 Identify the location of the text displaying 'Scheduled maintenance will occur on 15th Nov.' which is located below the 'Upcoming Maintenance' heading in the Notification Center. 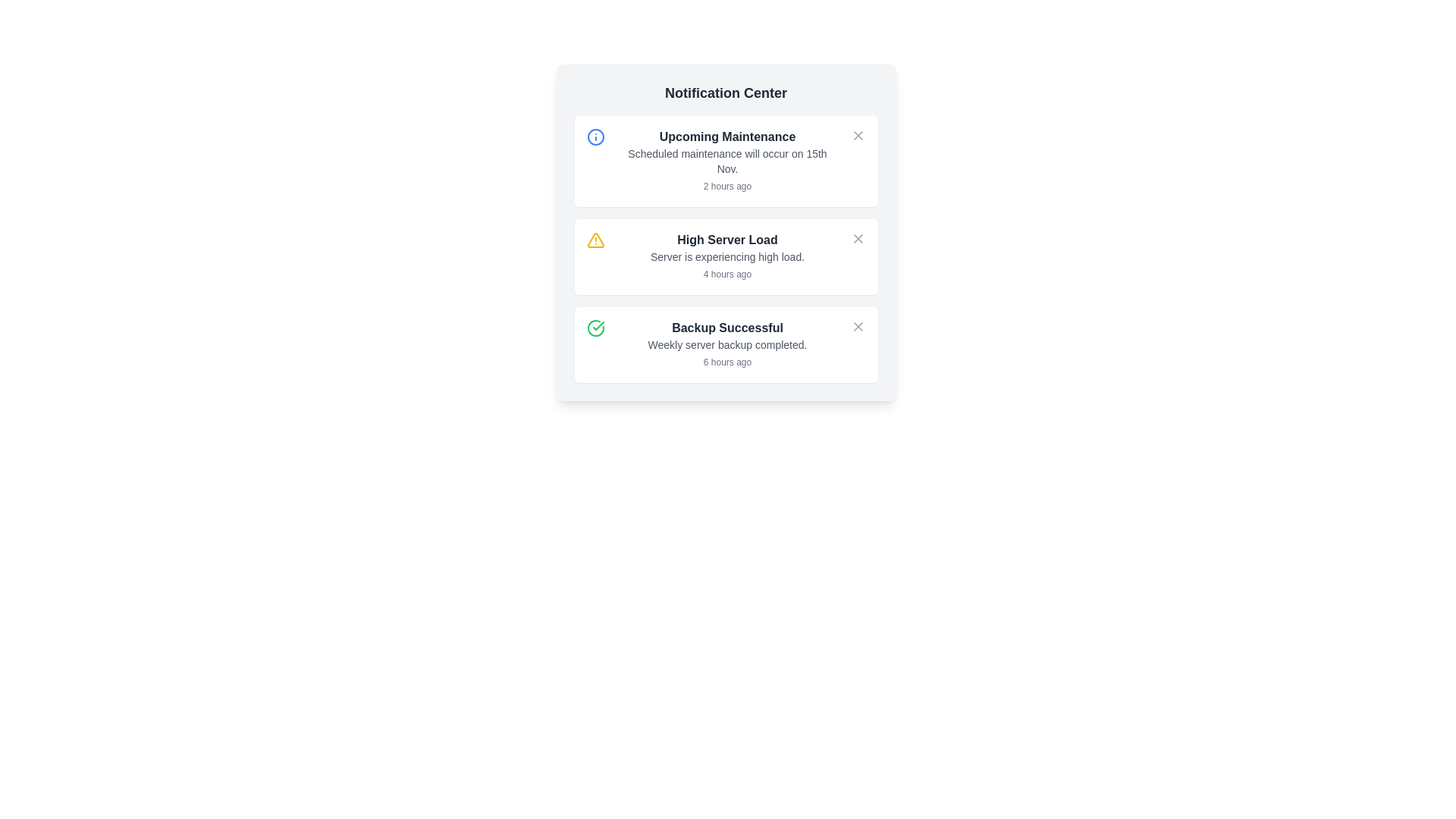
(726, 161).